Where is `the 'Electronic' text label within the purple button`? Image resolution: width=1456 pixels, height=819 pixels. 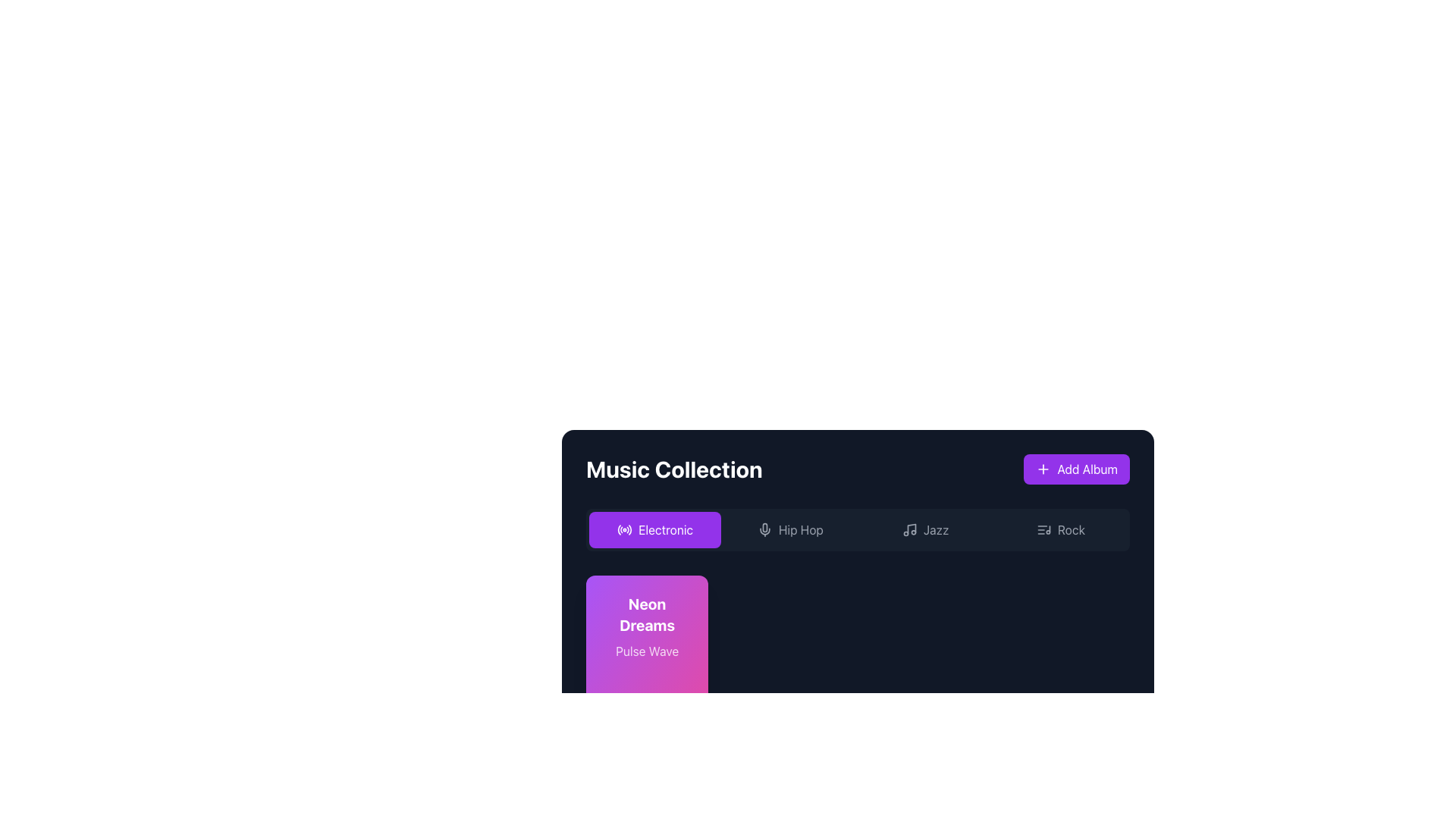 the 'Electronic' text label within the purple button is located at coordinates (666, 529).